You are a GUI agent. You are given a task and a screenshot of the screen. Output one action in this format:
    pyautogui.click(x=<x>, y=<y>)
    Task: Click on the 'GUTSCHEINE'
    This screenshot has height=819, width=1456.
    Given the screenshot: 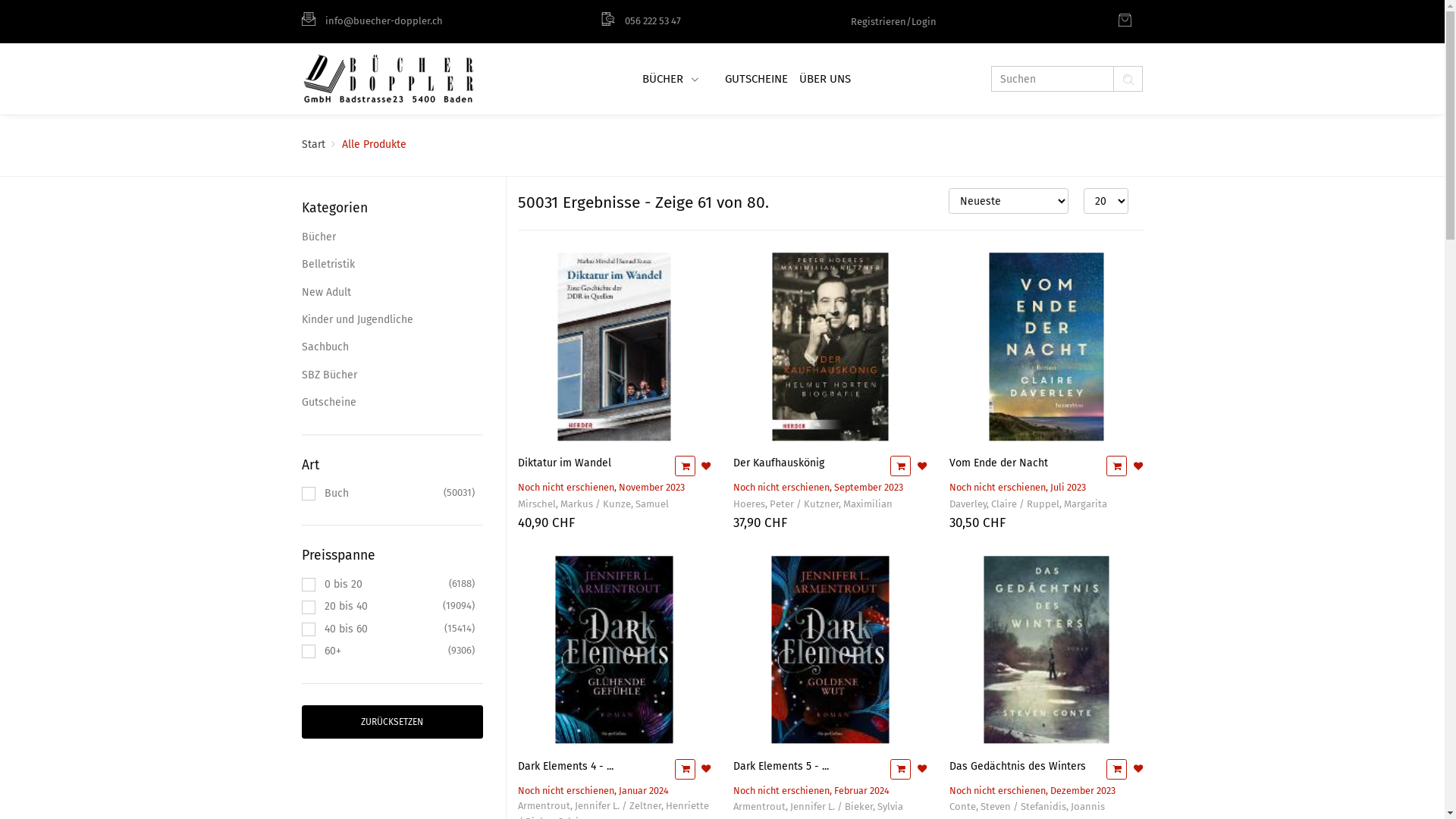 What is the action you would take?
    pyautogui.click(x=754, y=79)
    